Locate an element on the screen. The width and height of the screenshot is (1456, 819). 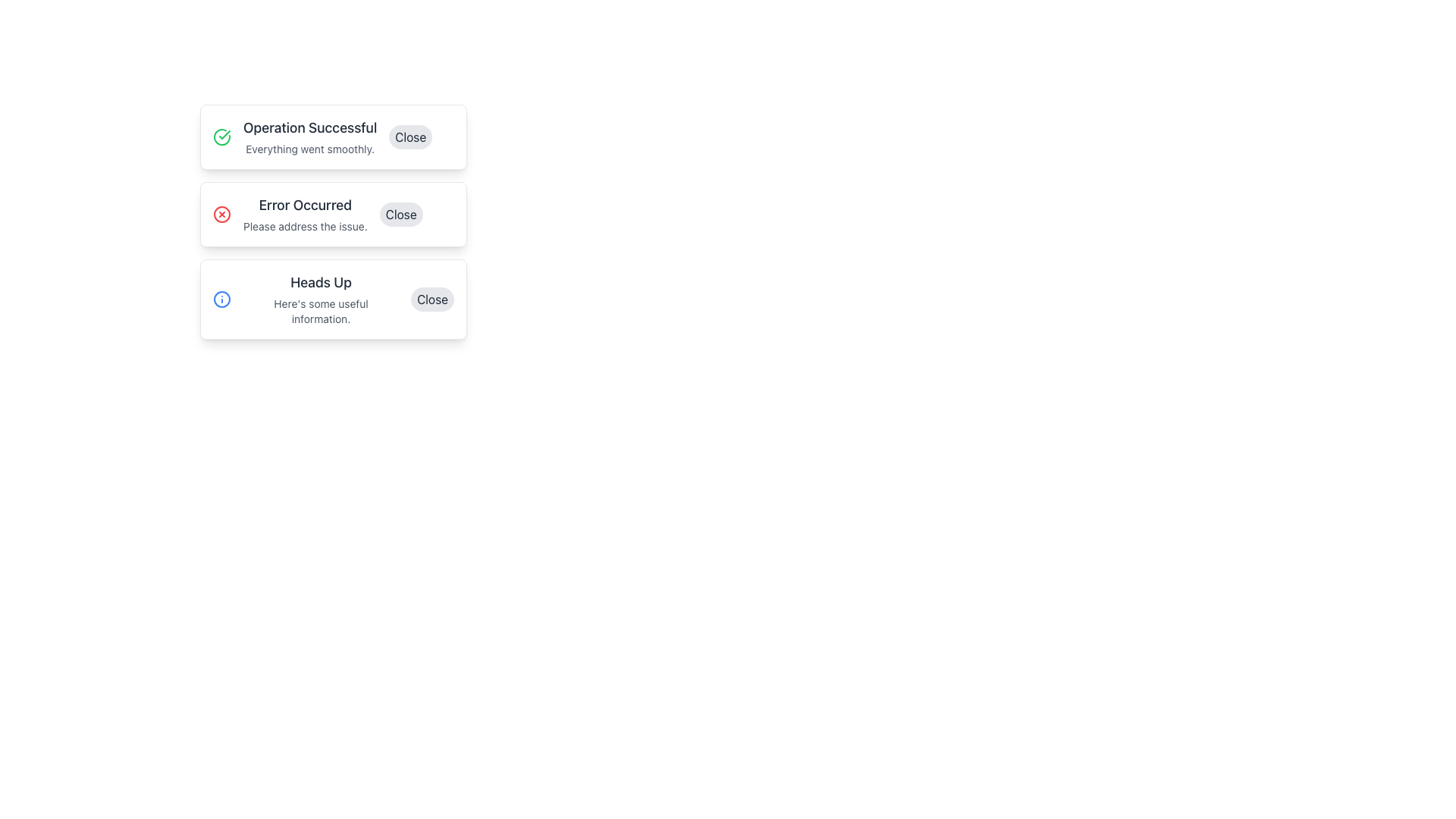
the Text Label that indicates 'Error Occurred' in the notification, which serves as a heading for the error context is located at coordinates (304, 205).